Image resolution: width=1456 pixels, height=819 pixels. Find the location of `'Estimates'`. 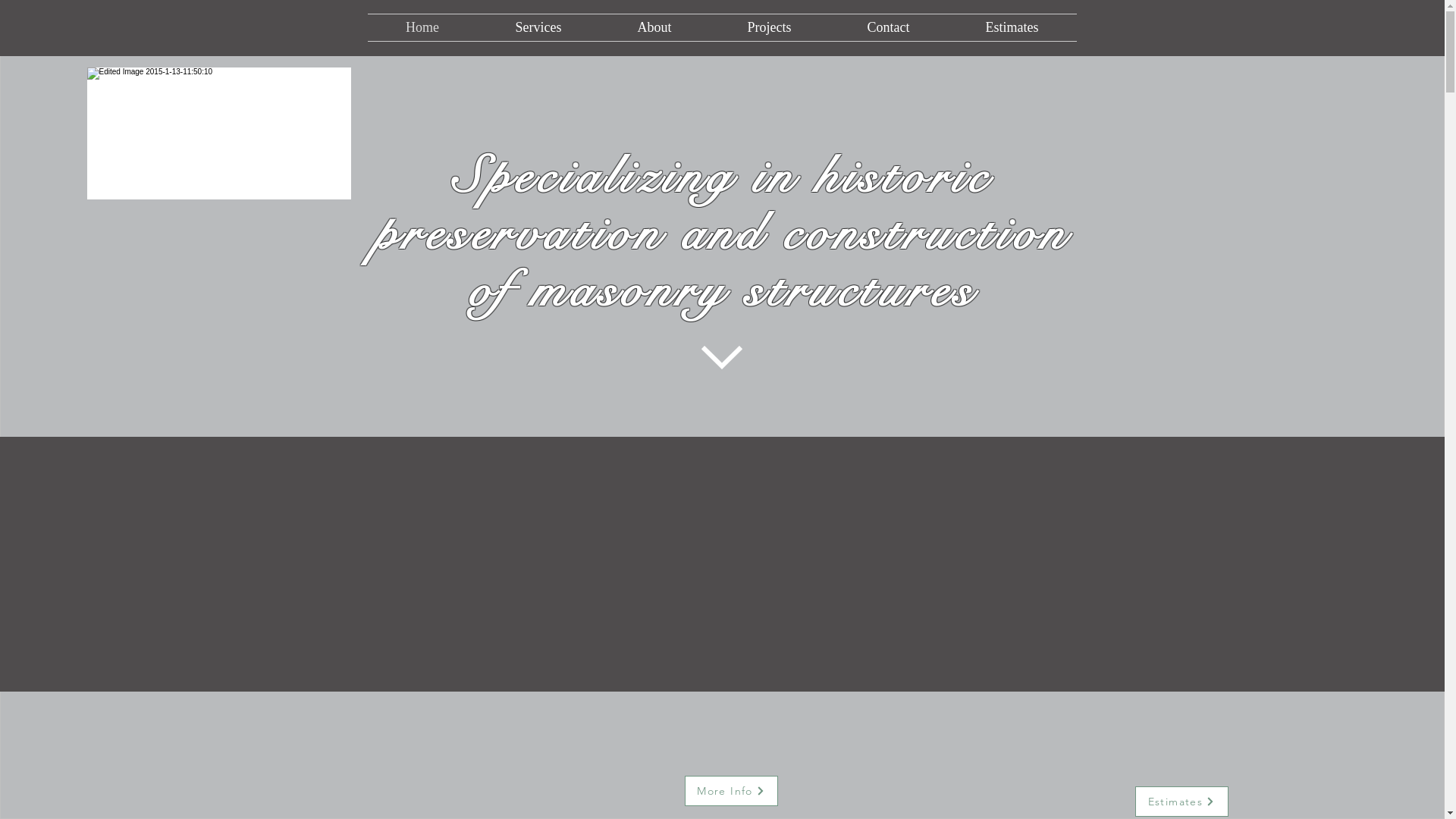

'Estimates' is located at coordinates (1180, 800).